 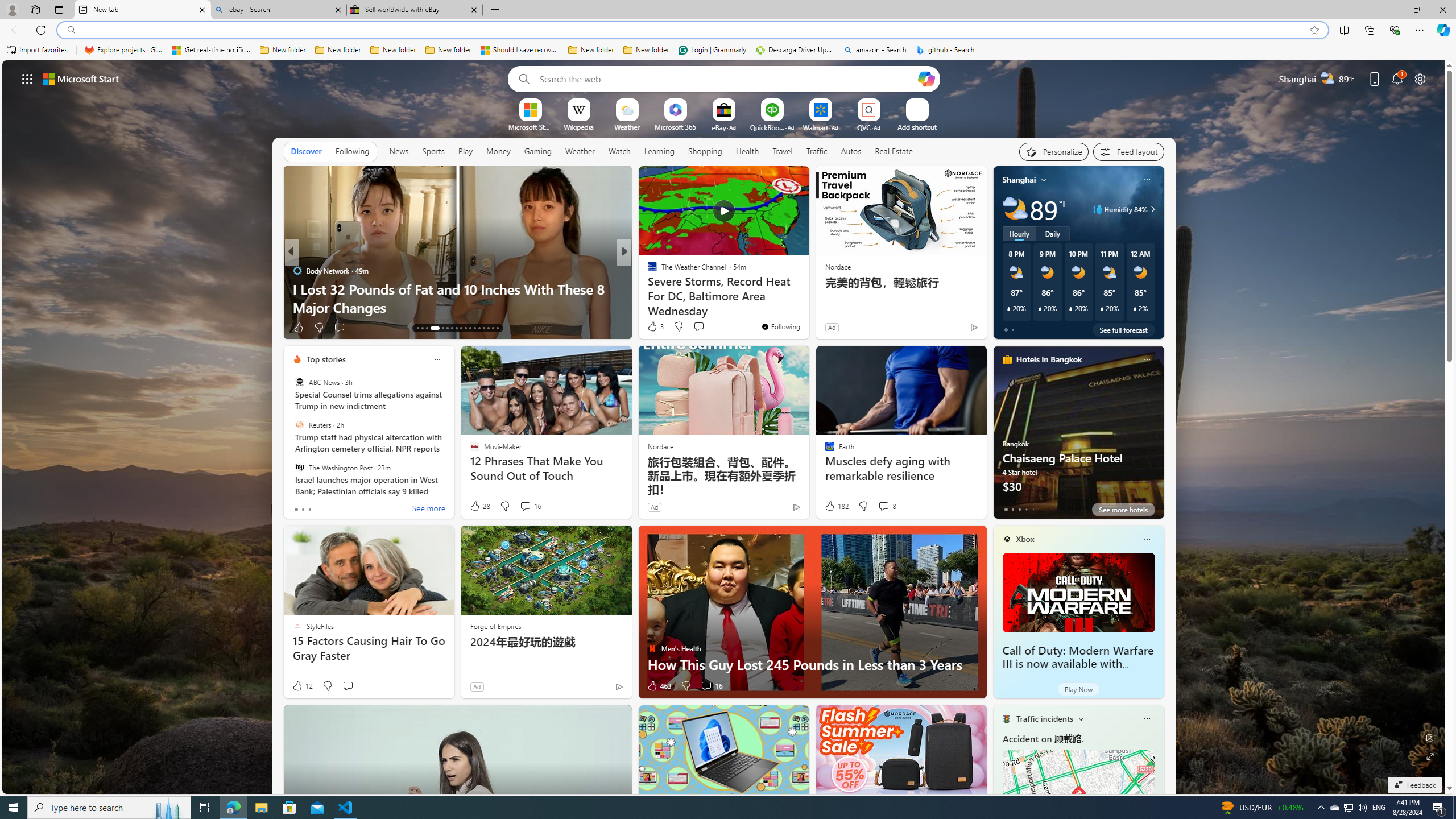 What do you see at coordinates (795, 49) in the screenshot?
I see `'Descarga Driver Updater'` at bounding box center [795, 49].